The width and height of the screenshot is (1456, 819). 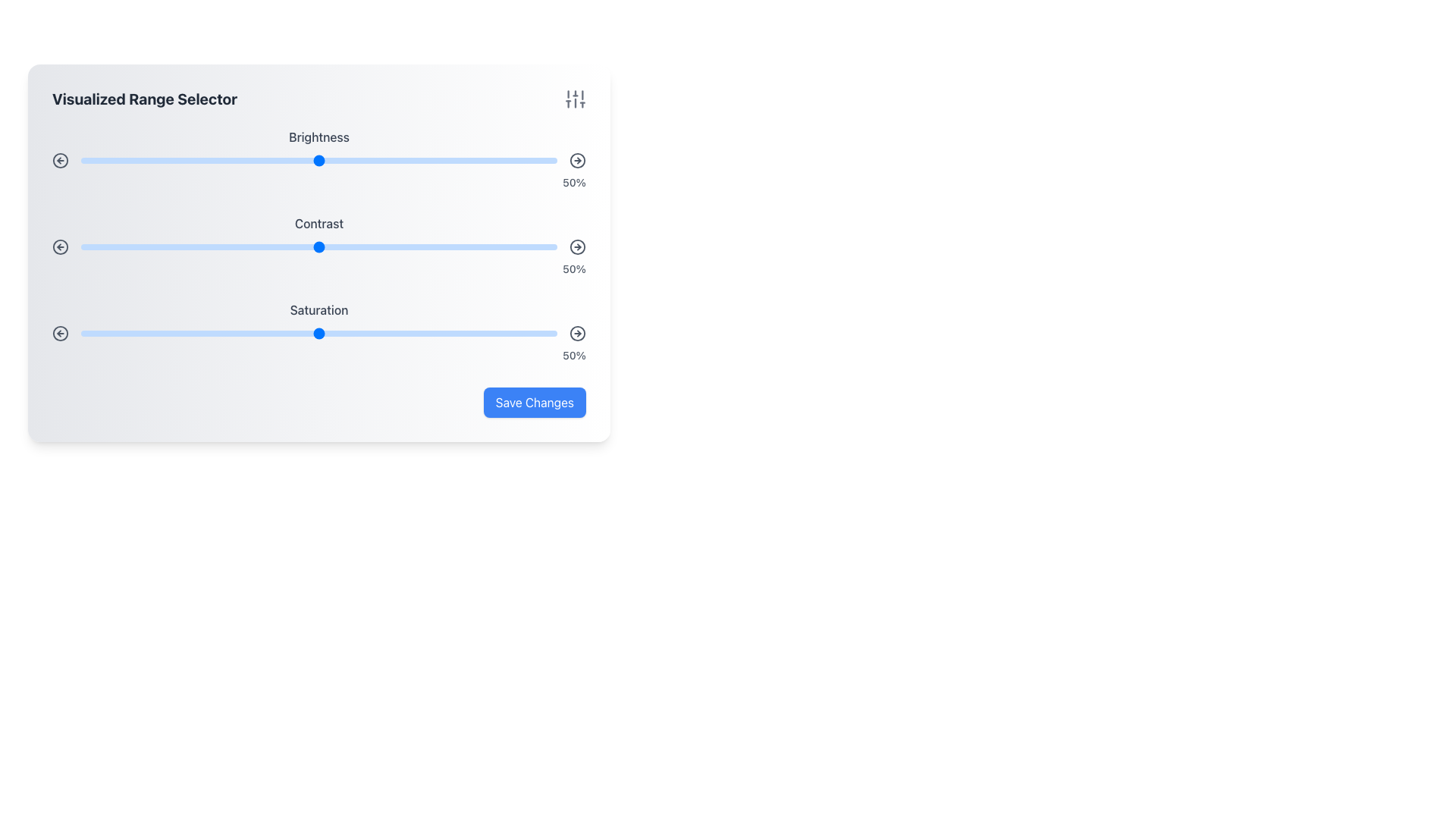 What do you see at coordinates (419, 161) in the screenshot?
I see `the brightness` at bounding box center [419, 161].